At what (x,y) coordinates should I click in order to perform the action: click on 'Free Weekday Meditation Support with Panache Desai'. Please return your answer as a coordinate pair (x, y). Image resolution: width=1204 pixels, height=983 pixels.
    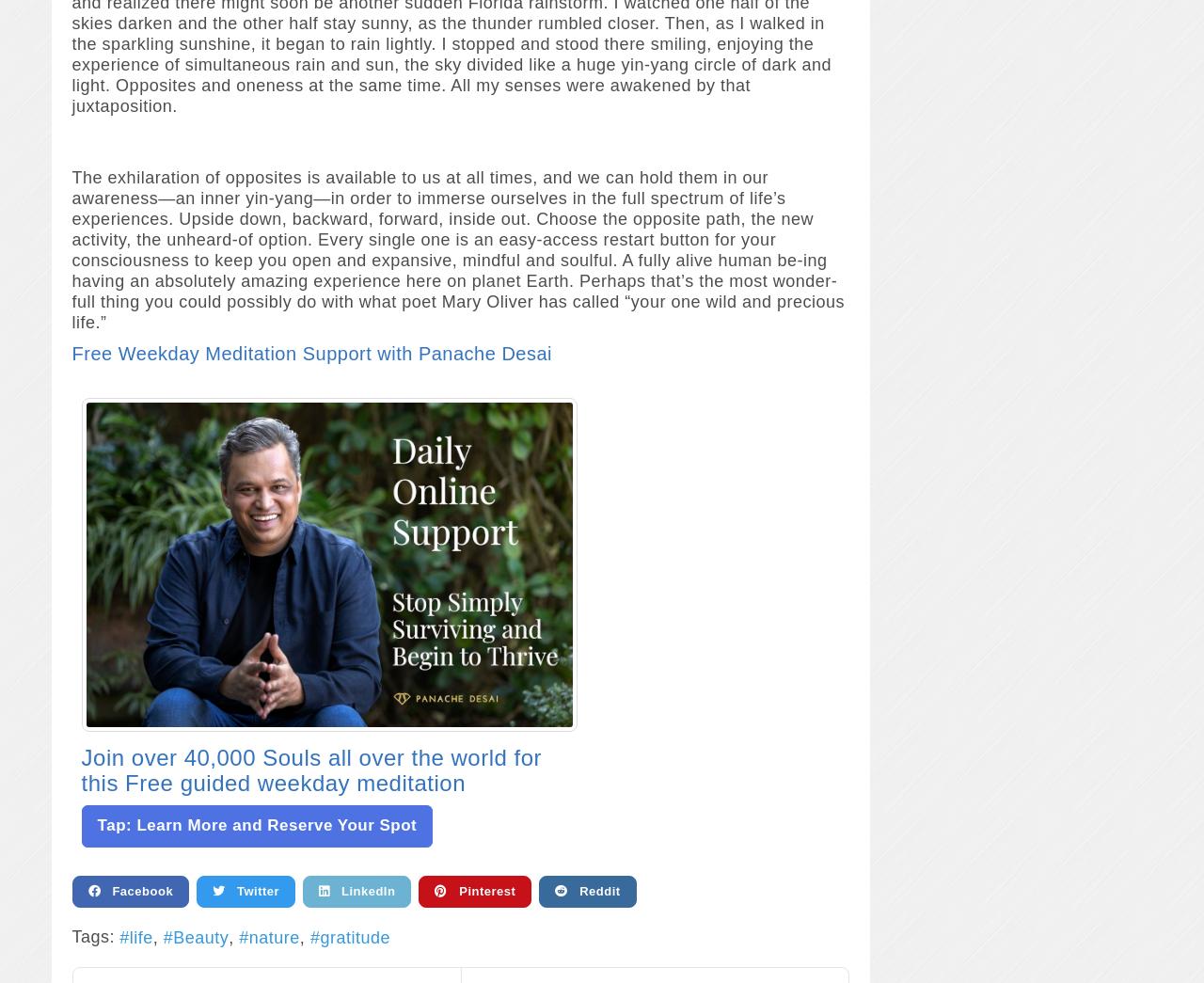
    Looking at the image, I should click on (311, 352).